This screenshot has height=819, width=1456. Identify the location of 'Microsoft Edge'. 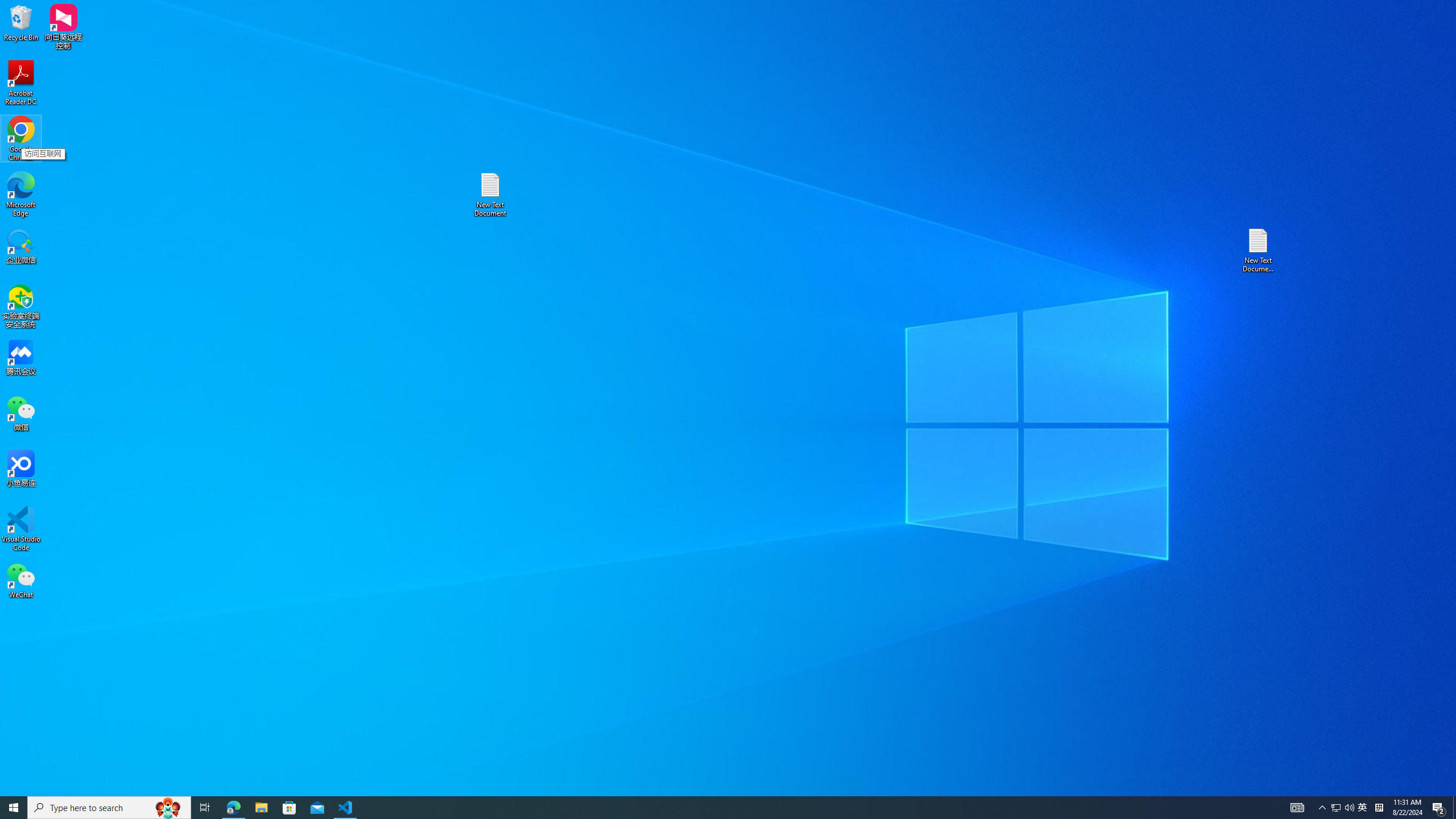
(20, 194).